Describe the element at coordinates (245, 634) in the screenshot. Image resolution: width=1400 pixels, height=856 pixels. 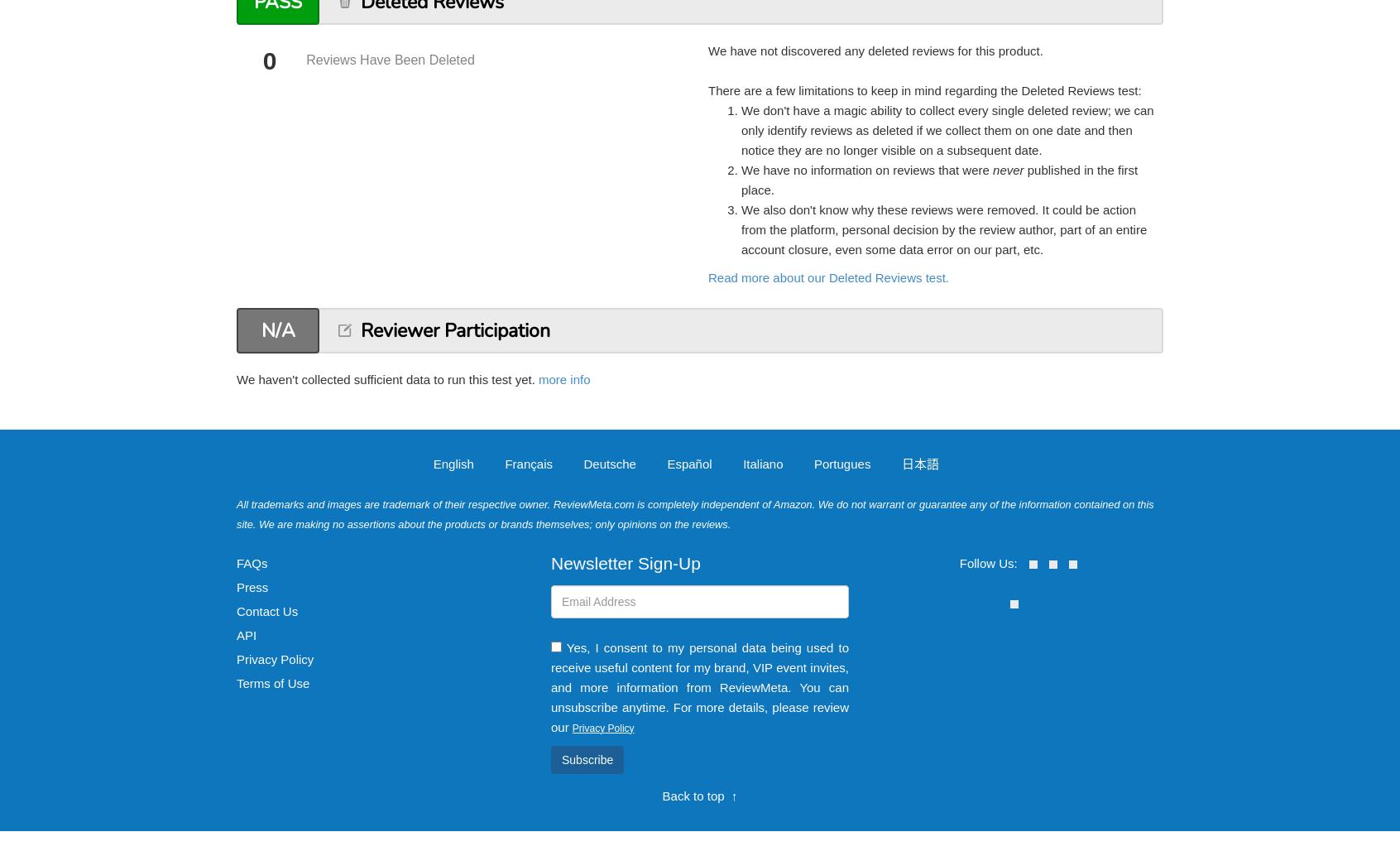
I see `'API'` at that location.